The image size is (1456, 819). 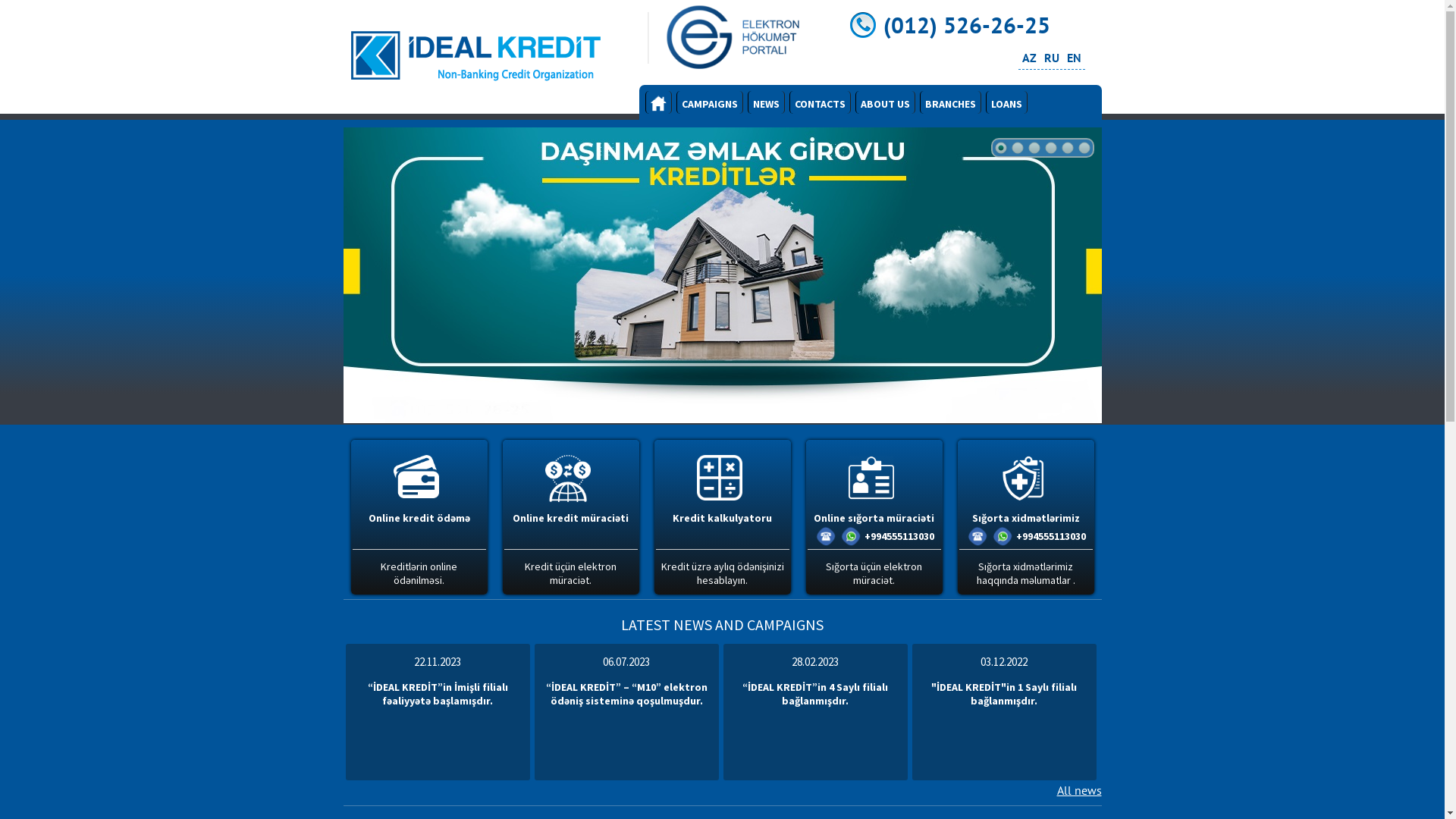 What do you see at coordinates (1050, 57) in the screenshot?
I see `'RU'` at bounding box center [1050, 57].